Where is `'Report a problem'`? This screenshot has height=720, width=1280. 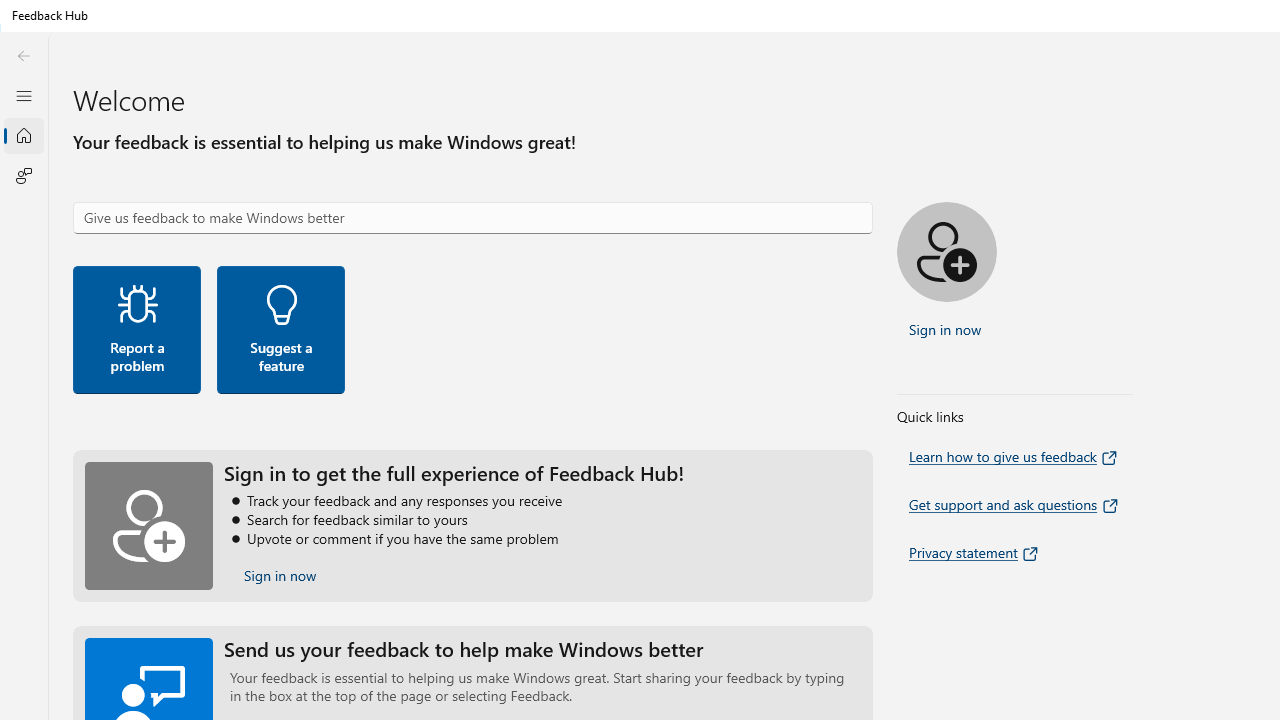
'Report a problem' is located at coordinates (135, 328).